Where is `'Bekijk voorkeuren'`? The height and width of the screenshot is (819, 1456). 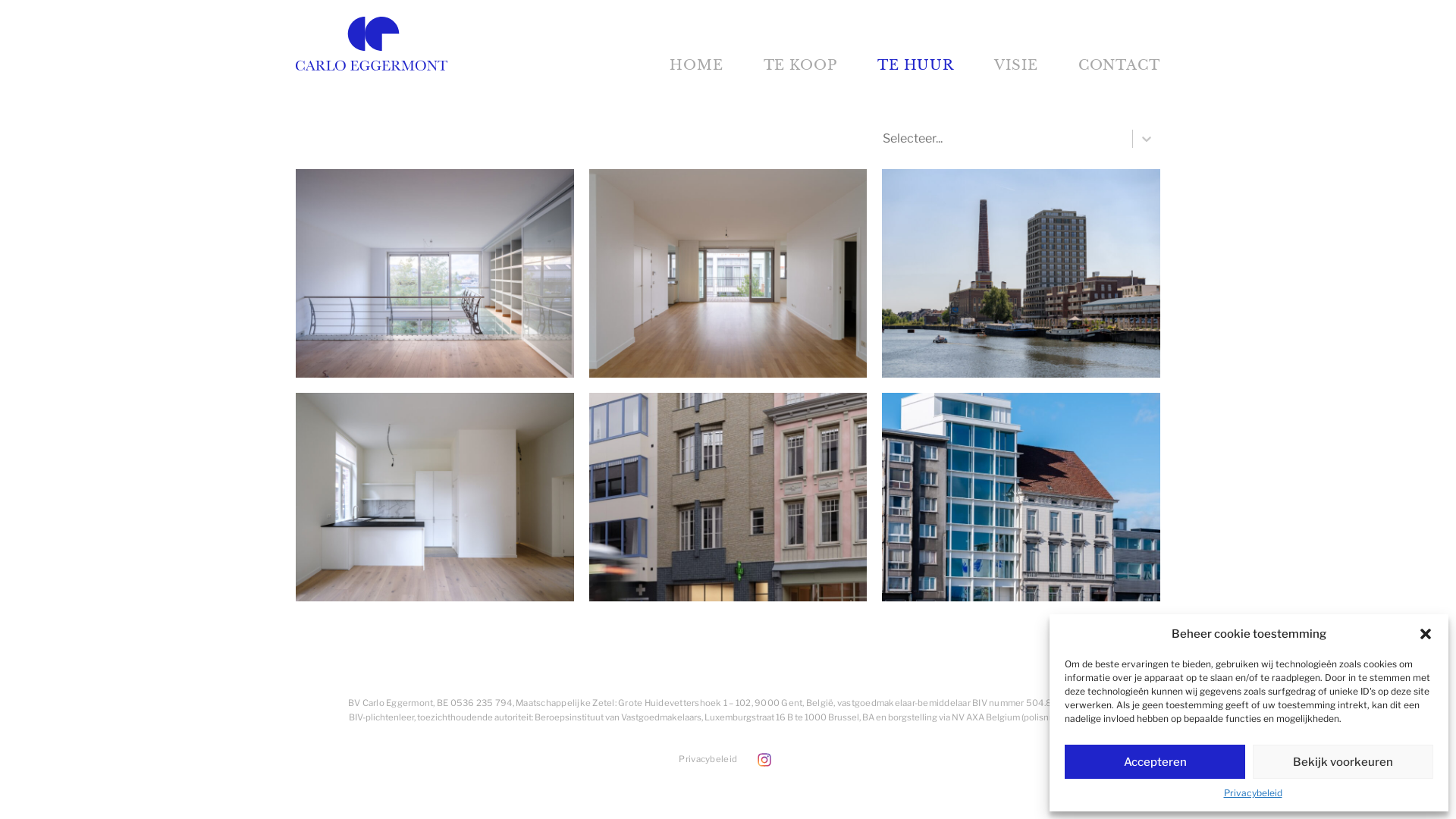 'Bekijk voorkeuren' is located at coordinates (1252, 761).